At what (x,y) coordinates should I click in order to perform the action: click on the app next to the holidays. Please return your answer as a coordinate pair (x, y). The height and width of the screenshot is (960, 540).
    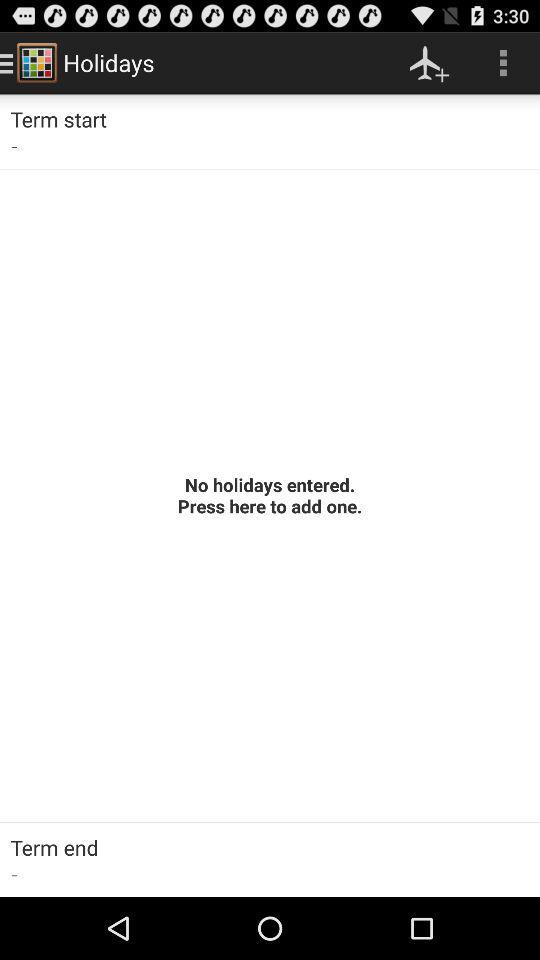
    Looking at the image, I should click on (428, 62).